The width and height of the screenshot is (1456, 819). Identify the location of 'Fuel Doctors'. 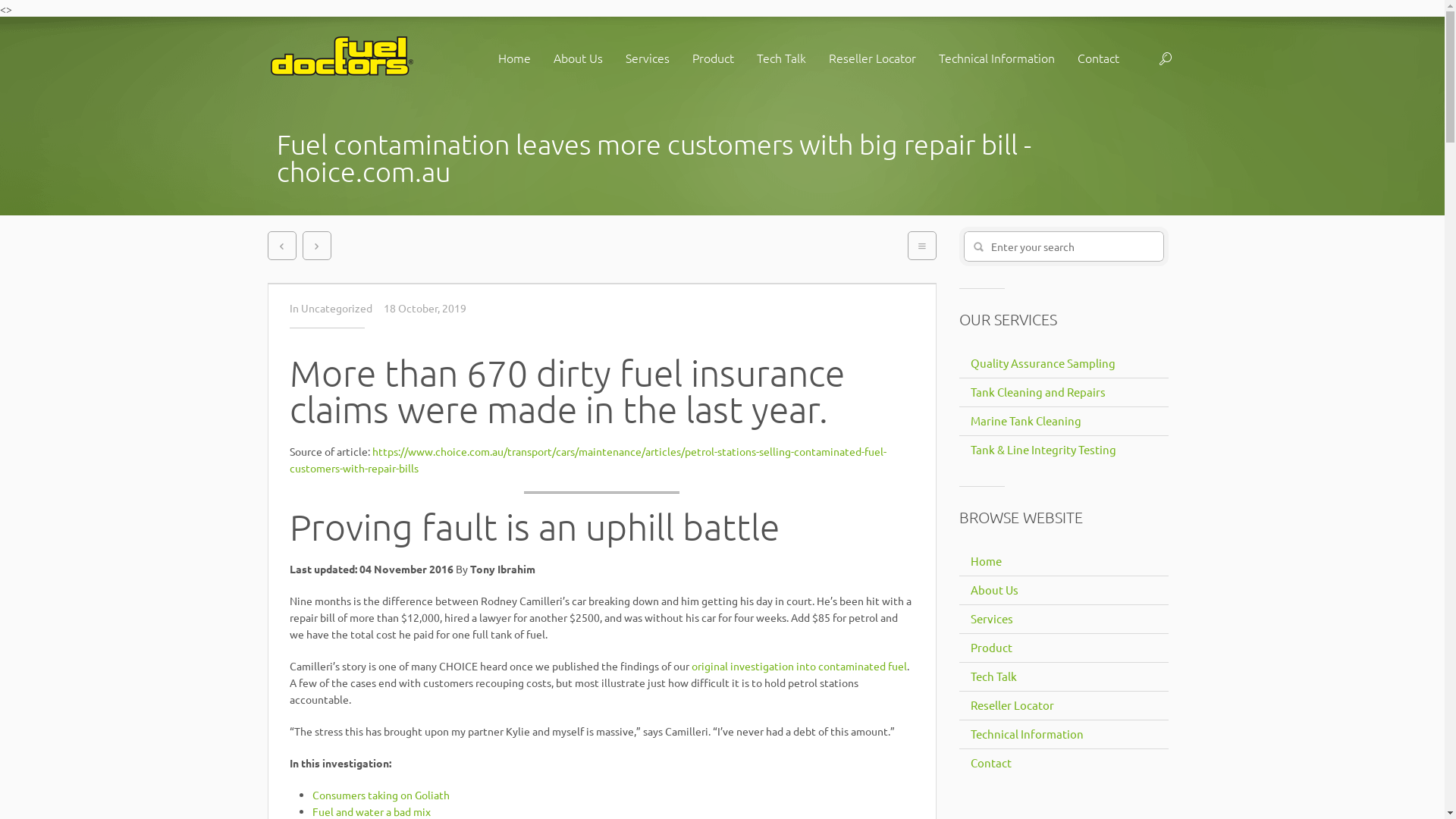
(266, 58).